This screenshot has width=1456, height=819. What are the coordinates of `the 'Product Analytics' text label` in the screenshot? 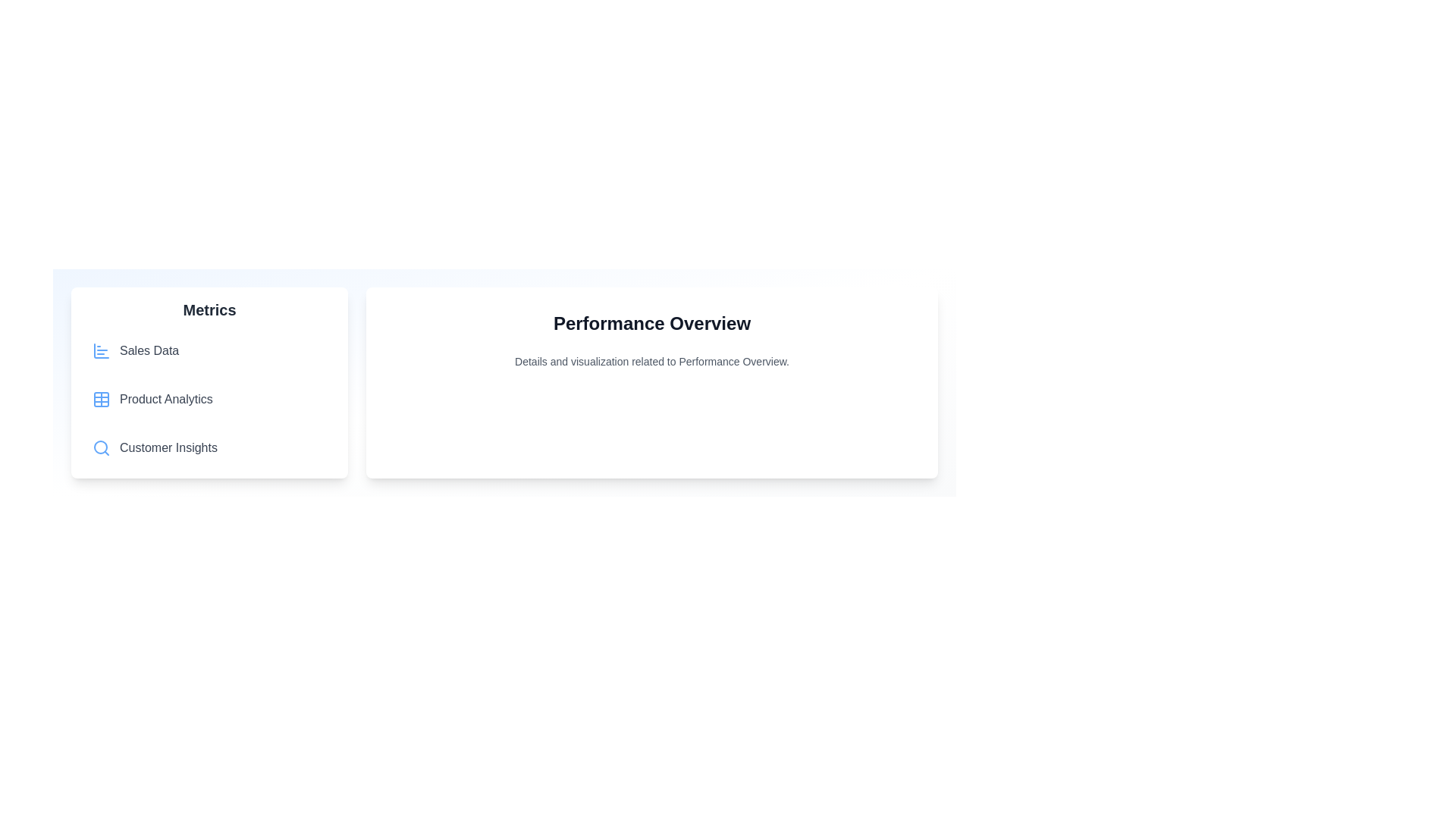 It's located at (166, 399).